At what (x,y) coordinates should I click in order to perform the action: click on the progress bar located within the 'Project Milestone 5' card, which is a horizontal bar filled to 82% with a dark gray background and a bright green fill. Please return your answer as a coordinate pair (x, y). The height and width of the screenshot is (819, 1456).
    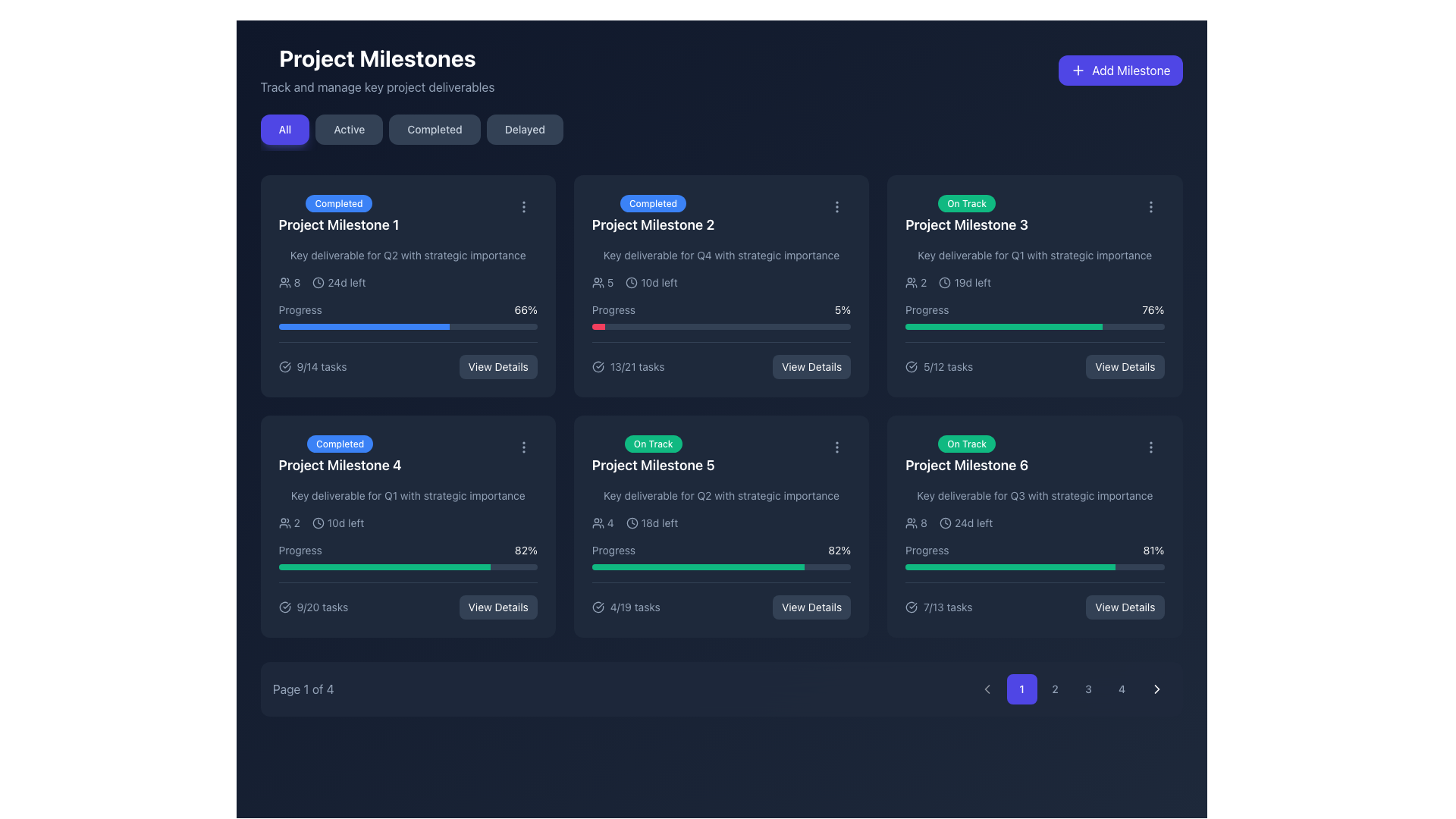
    Looking at the image, I should click on (720, 567).